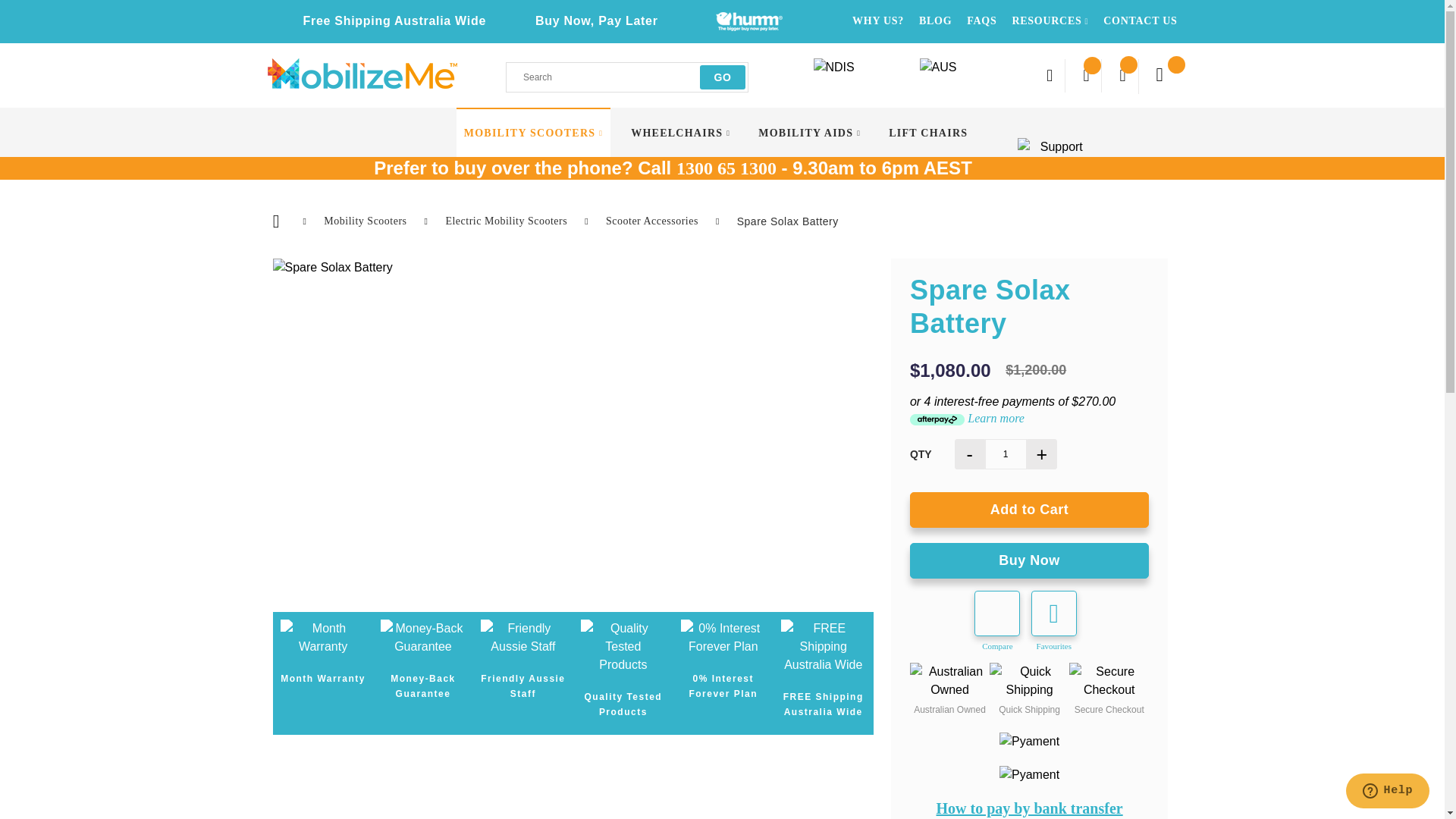 This screenshot has height=819, width=1456. Describe the element at coordinates (1055, 152) in the screenshot. I see `'Support'` at that location.